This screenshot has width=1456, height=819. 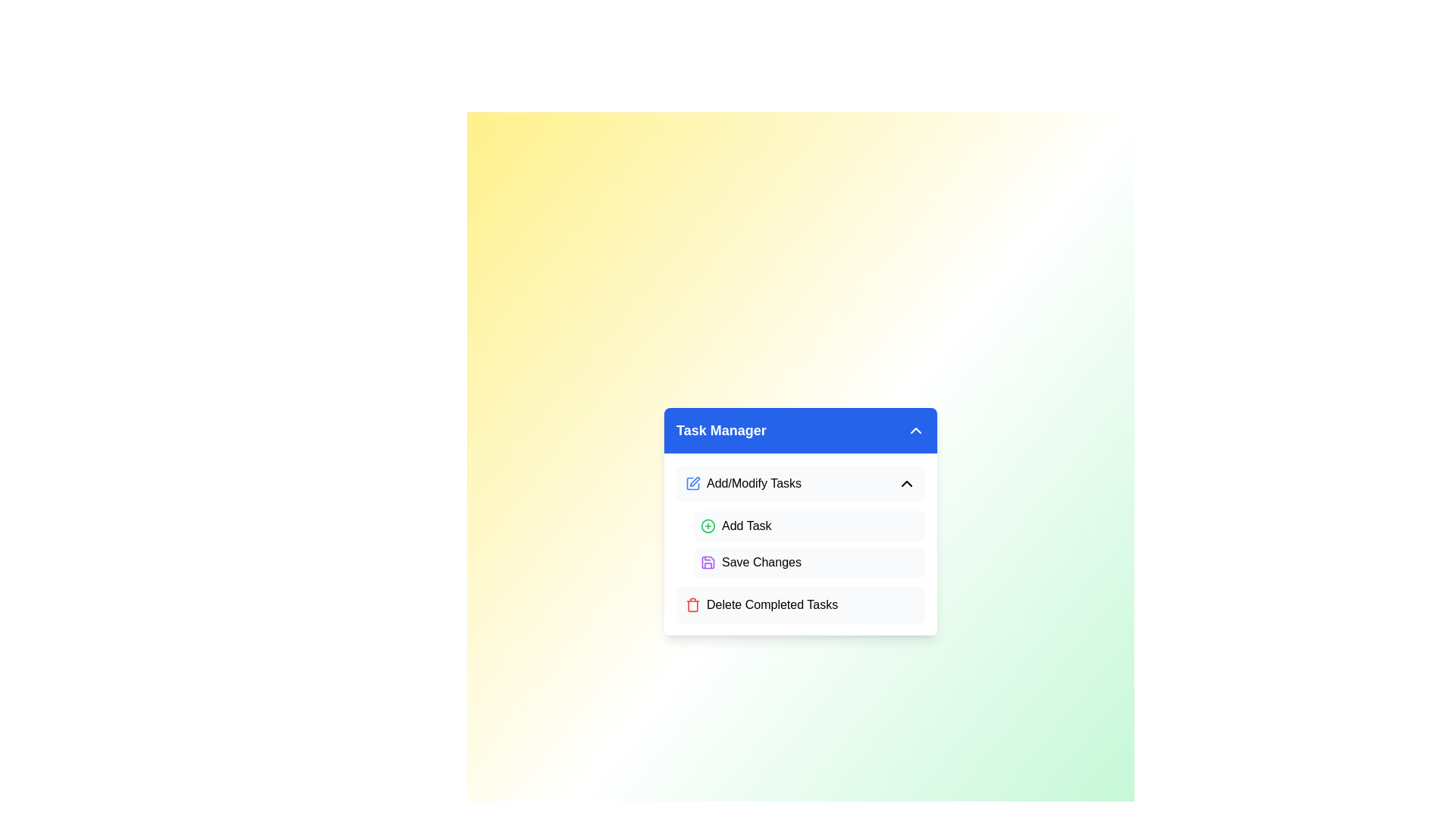 I want to click on the 'Add/Modify Tasks' text label in the Task Manager interface, so click(x=754, y=483).